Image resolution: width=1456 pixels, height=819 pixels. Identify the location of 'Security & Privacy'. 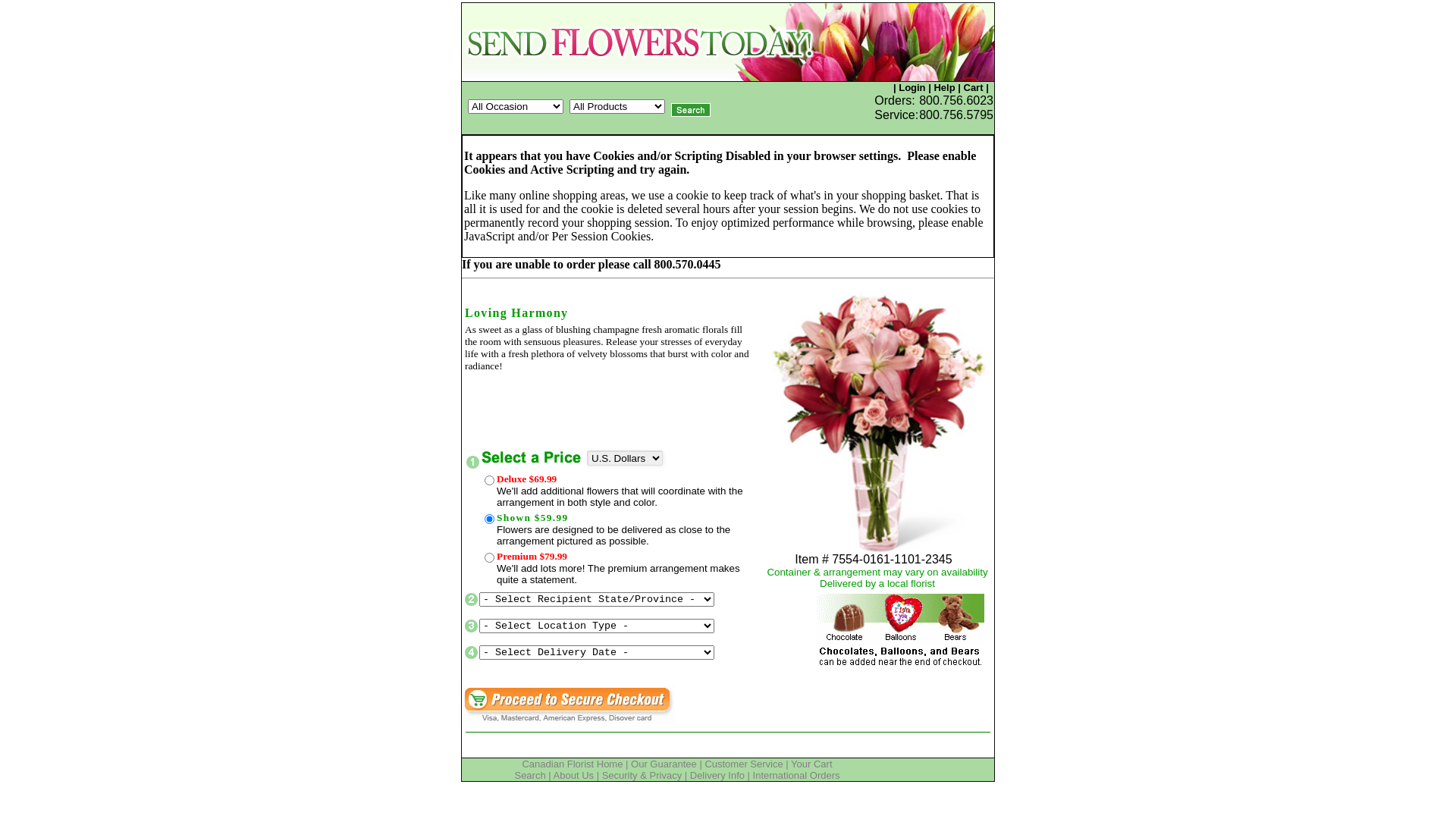
(642, 775).